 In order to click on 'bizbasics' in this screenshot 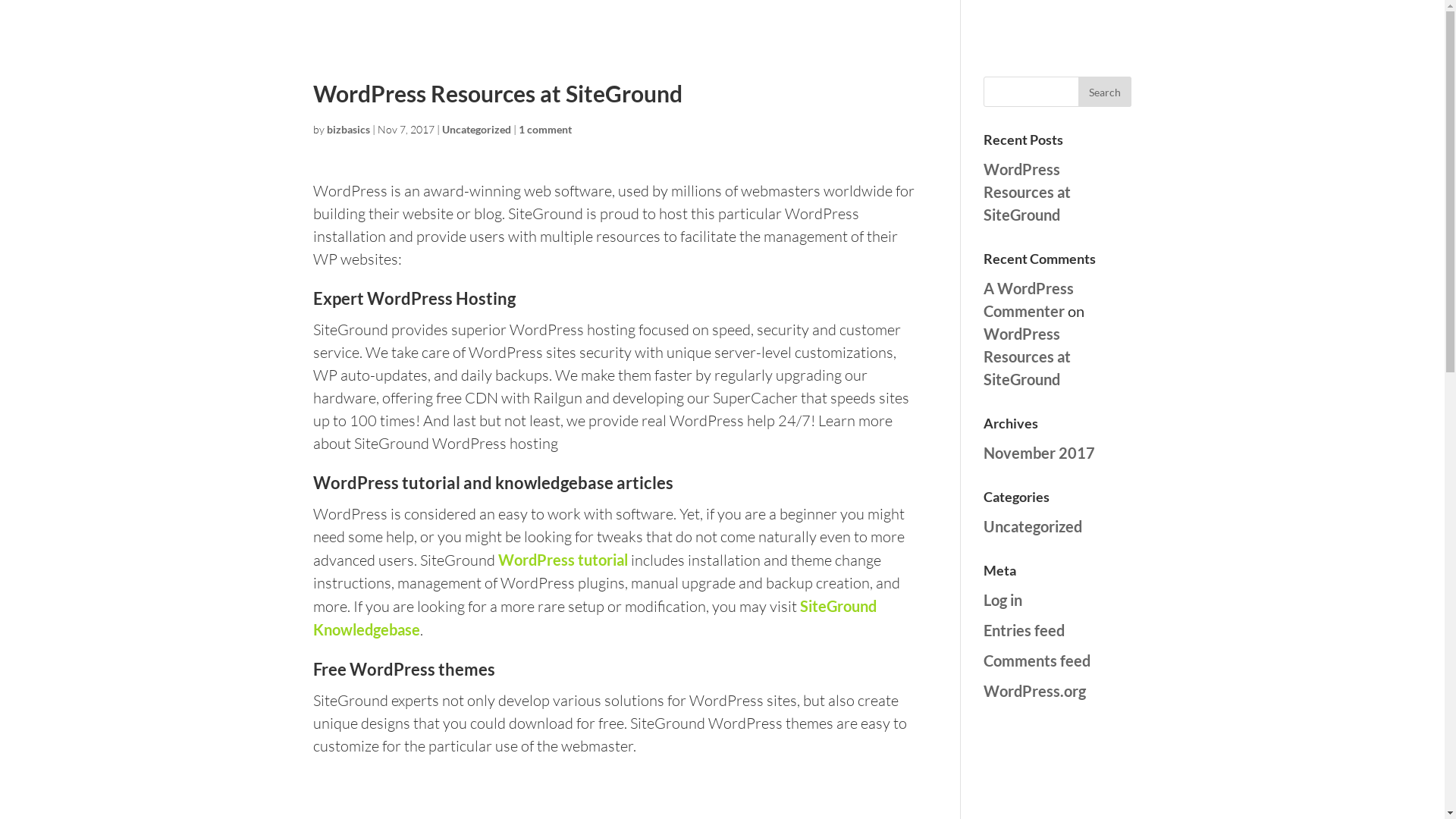, I will do `click(325, 128)`.